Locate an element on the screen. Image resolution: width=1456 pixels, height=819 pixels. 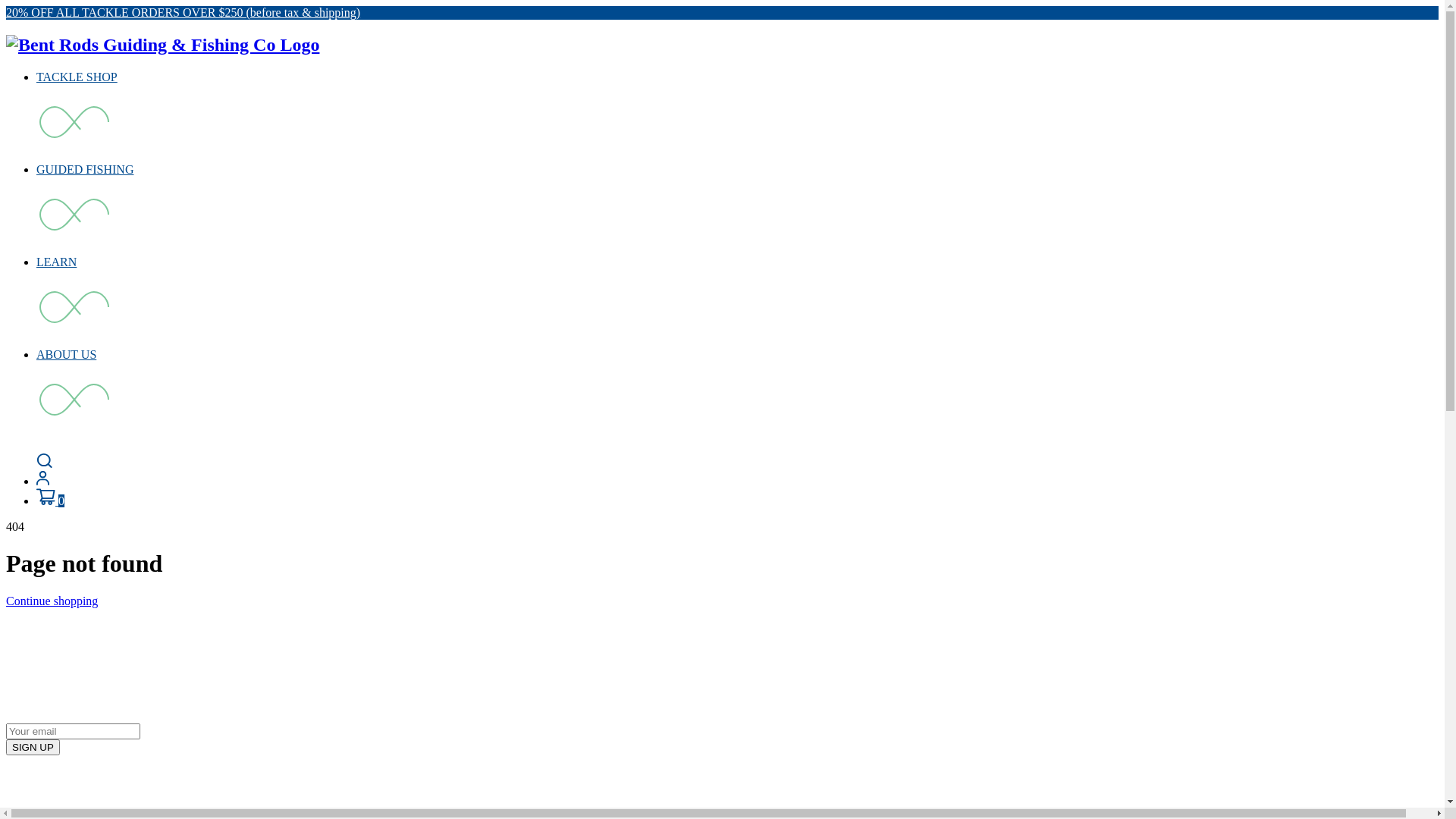
'GUIDED FISHING' is located at coordinates (36, 169).